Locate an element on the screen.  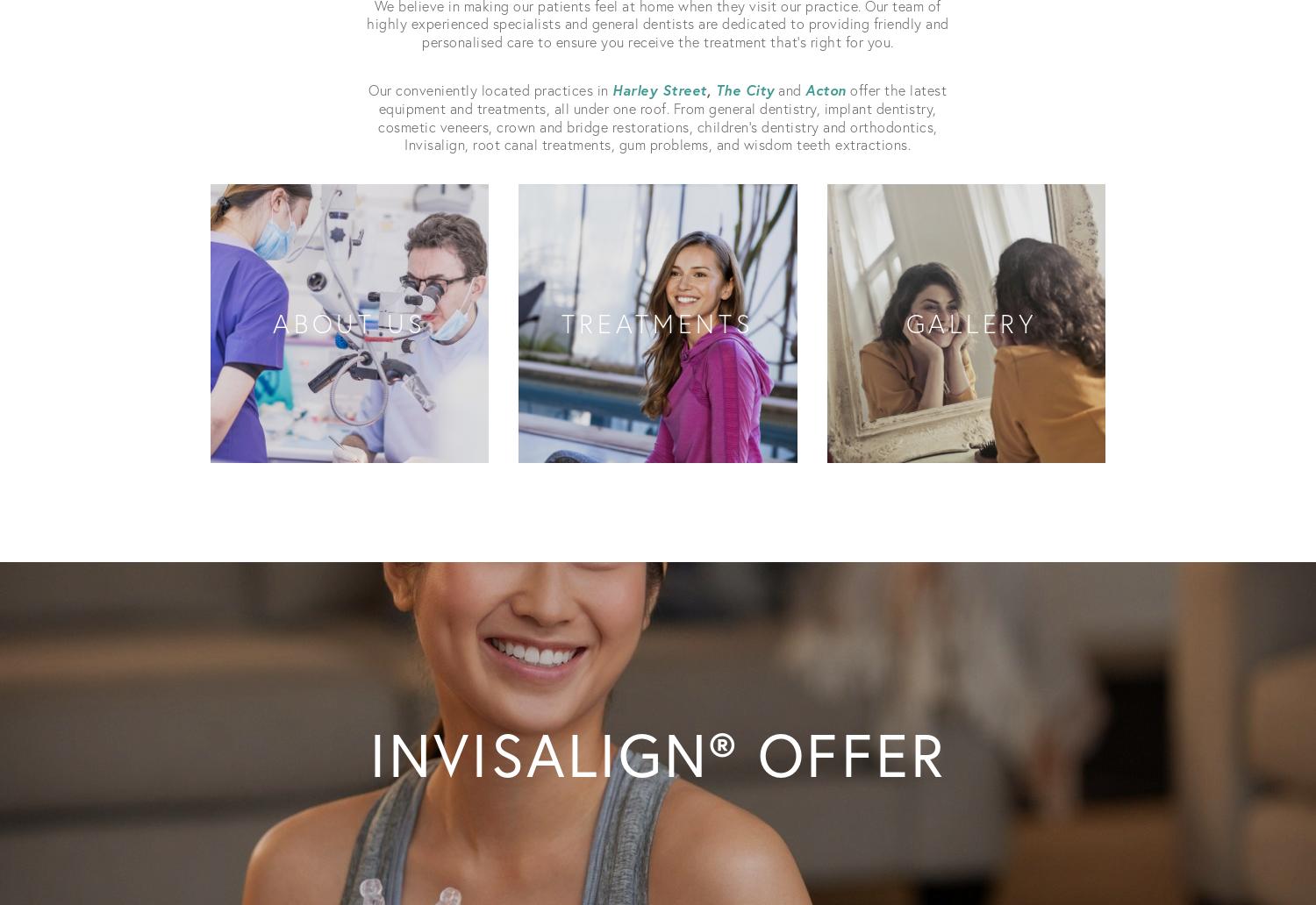
'Invisalign® offer' is located at coordinates (656, 753).